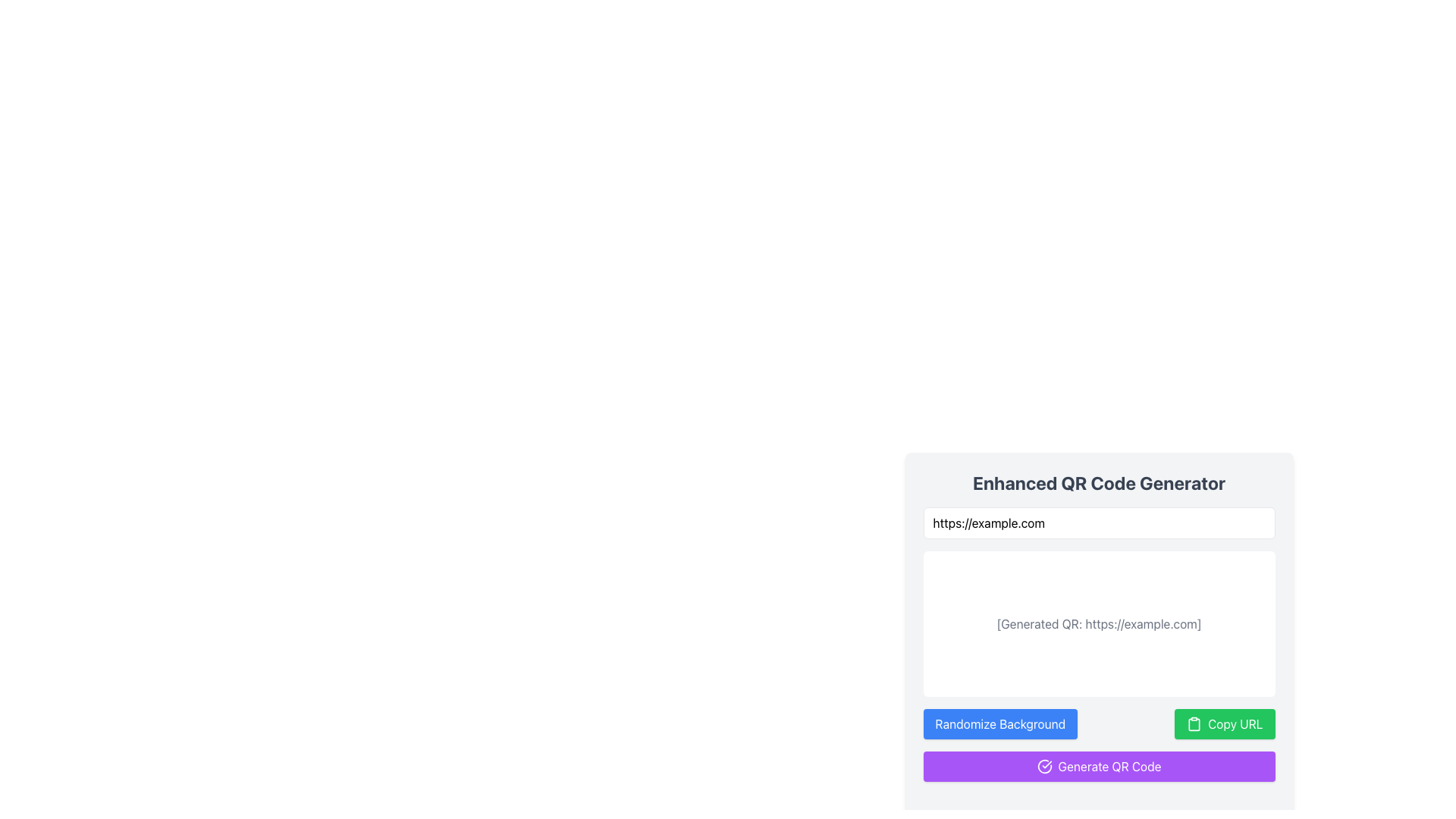 The width and height of the screenshot is (1456, 819). What do you see at coordinates (1043, 766) in the screenshot?
I see `the icon that visually indicates the functionality of the 'Generate QR Code' button, which is positioned on the left side of the button below the input and QR code display section` at bounding box center [1043, 766].